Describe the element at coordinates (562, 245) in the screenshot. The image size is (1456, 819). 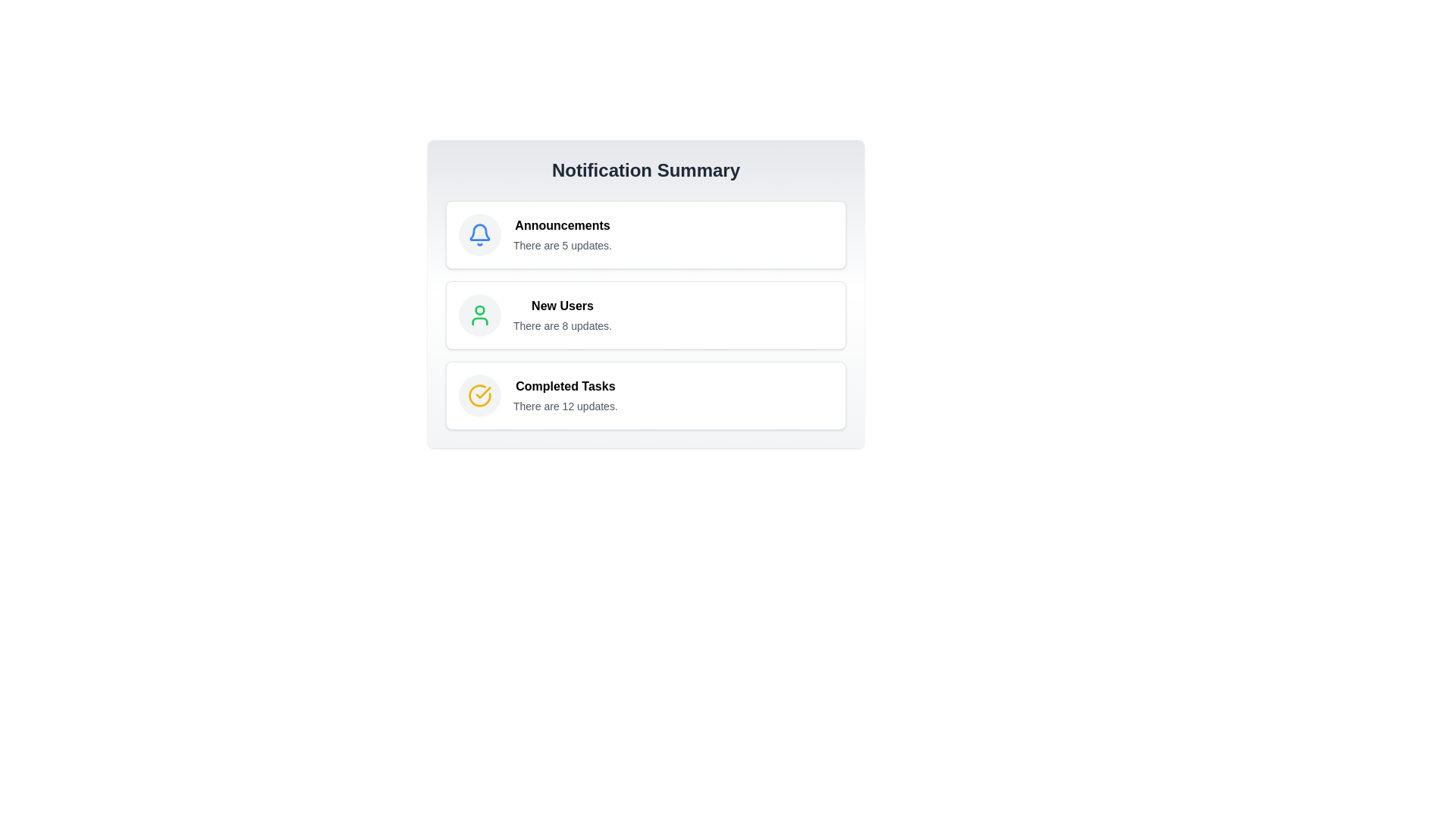
I see `the text label that reads 'There are 5 updates.' located below the 'Announcements' heading in the 'Notification Summary' layout` at that location.